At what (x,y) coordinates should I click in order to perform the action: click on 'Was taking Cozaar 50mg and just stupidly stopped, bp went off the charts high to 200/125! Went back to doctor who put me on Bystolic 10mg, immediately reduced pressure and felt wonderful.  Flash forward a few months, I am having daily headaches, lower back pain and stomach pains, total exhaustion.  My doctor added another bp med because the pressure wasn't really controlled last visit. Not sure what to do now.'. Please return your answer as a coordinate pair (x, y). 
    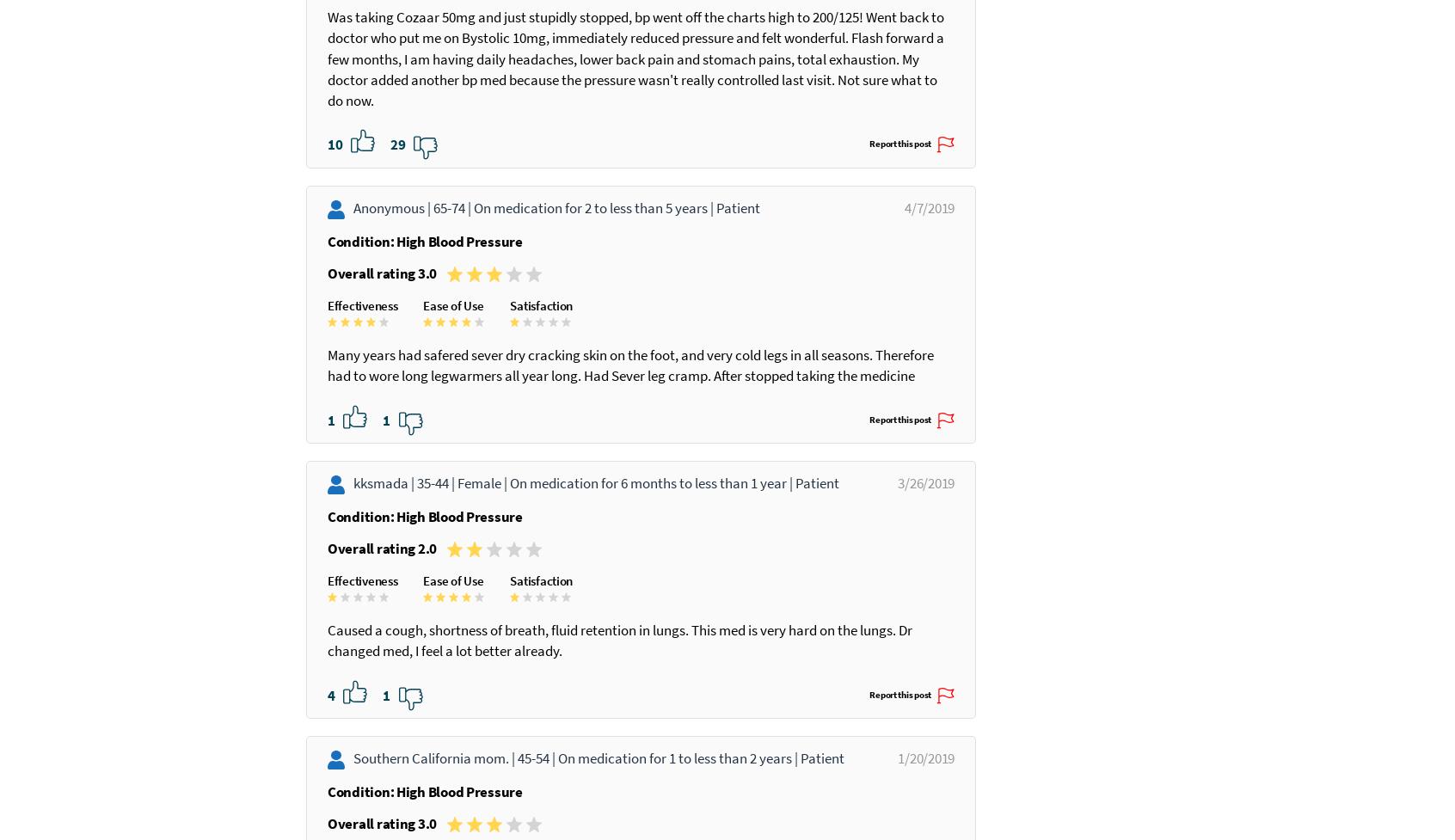
    Looking at the image, I should click on (627, 141).